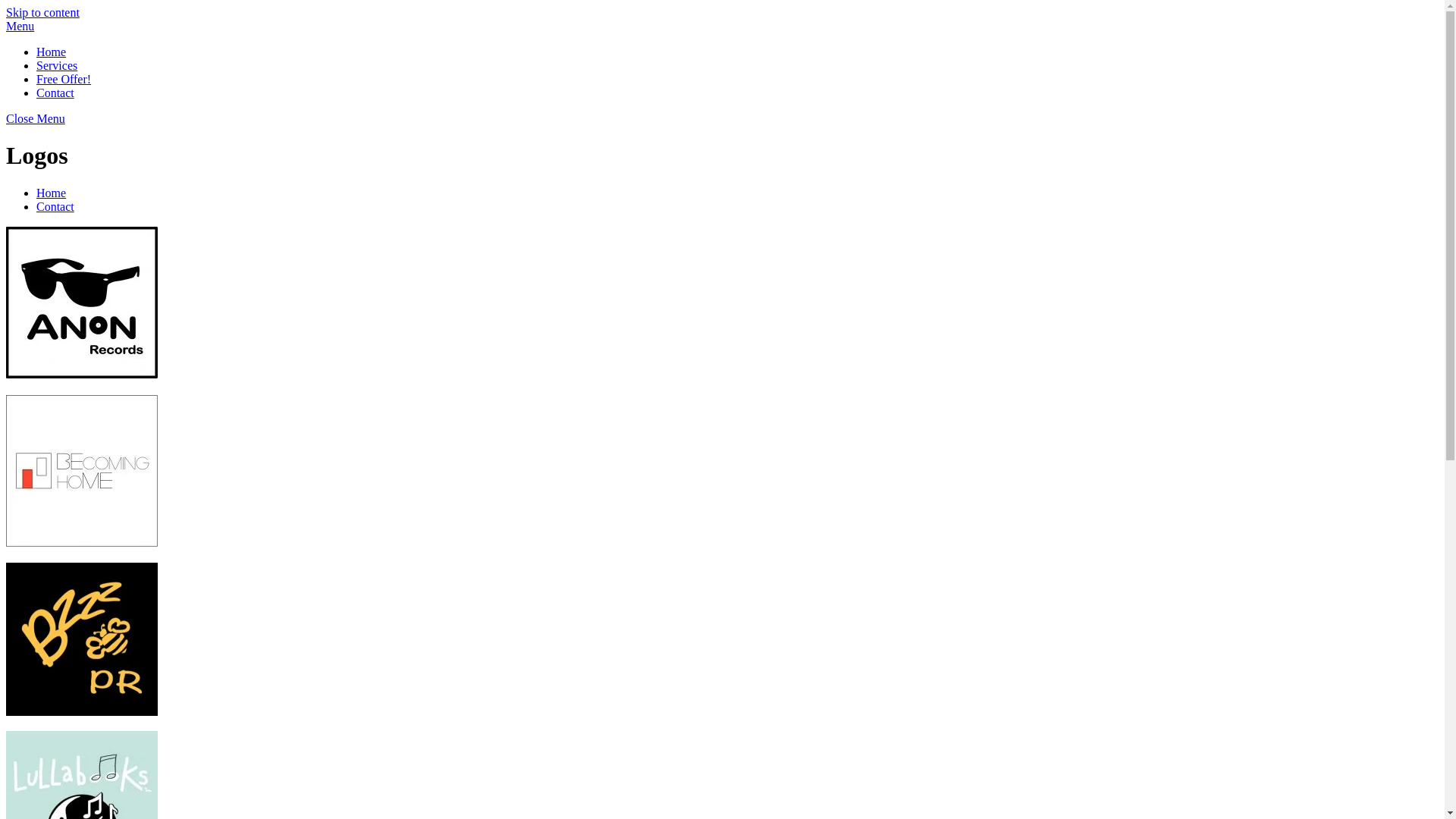 The image size is (1456, 819). Describe the element at coordinates (55, 93) in the screenshot. I see `'Contact'` at that location.